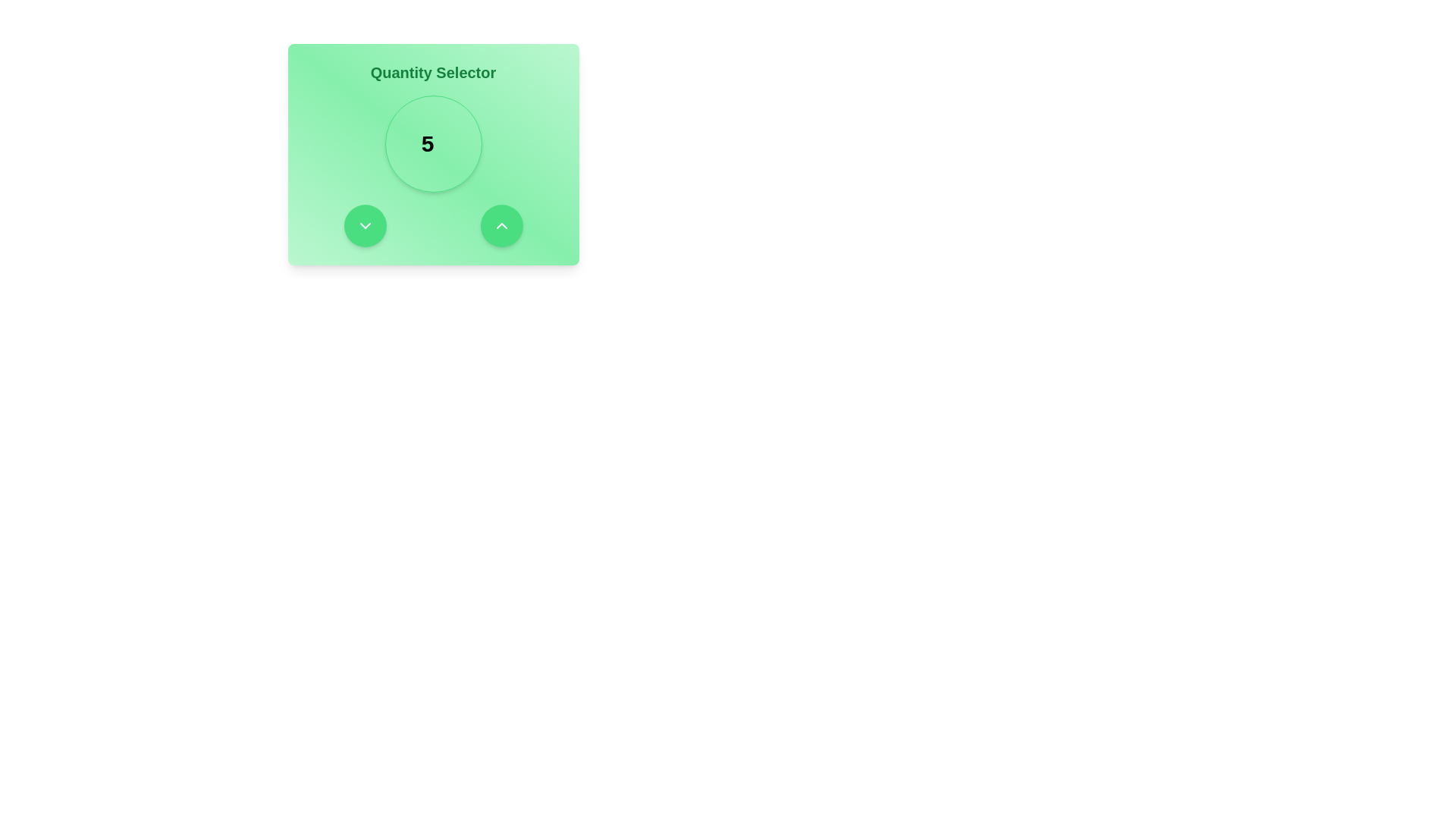  Describe the element at coordinates (365, 225) in the screenshot. I see `the downward-facing triangular icon within the green circular button of the 'Quantity Selector' component` at that location.